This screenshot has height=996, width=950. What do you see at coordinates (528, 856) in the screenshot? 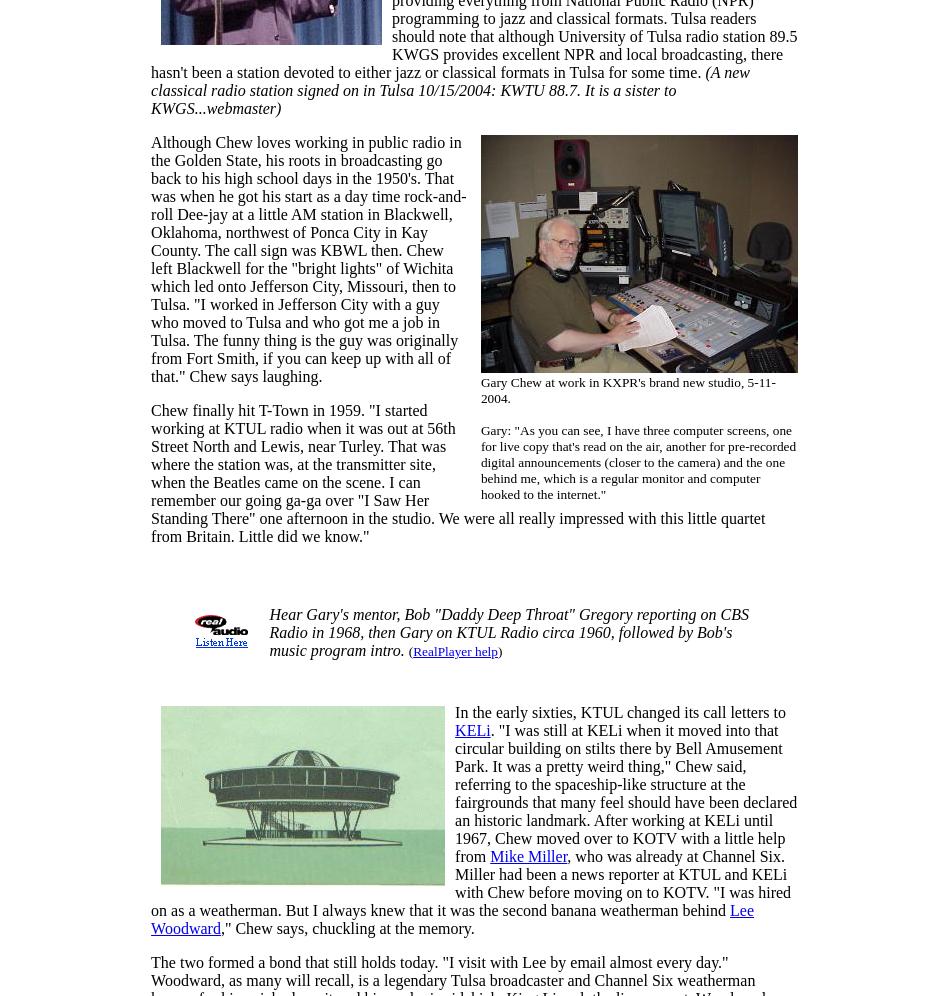
I see `'Mike
	Miller'` at bounding box center [528, 856].